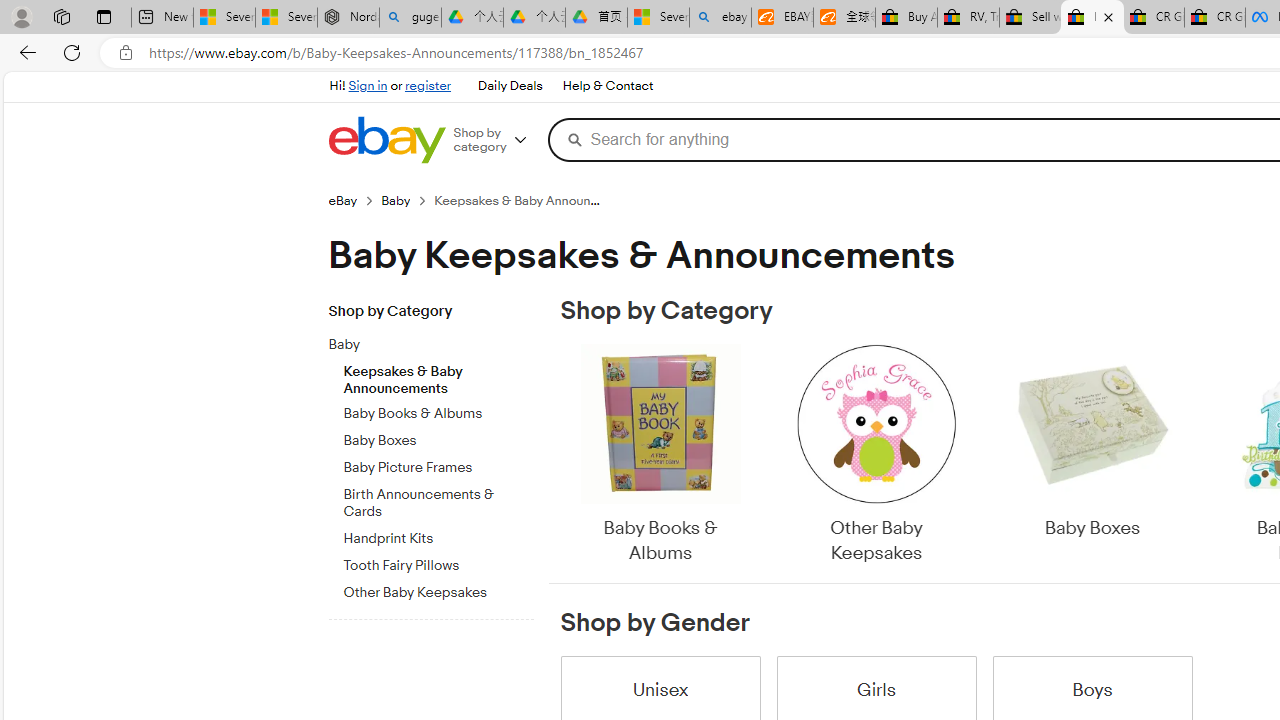 The width and height of the screenshot is (1280, 720). I want to click on 'Sign in', so click(368, 85).